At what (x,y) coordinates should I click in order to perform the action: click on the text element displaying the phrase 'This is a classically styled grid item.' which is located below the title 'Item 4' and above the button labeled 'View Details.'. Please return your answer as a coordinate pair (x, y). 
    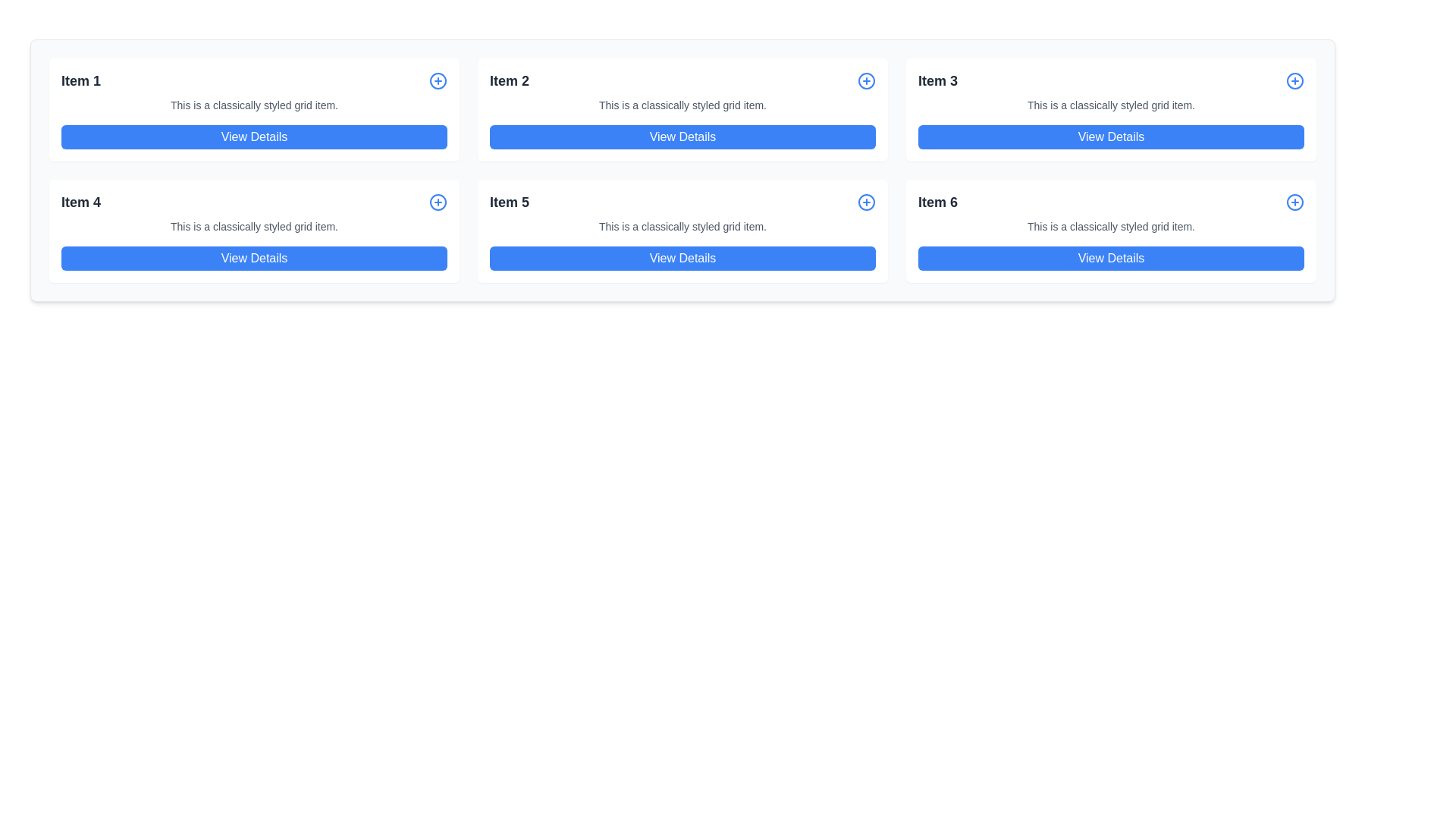
    Looking at the image, I should click on (254, 227).